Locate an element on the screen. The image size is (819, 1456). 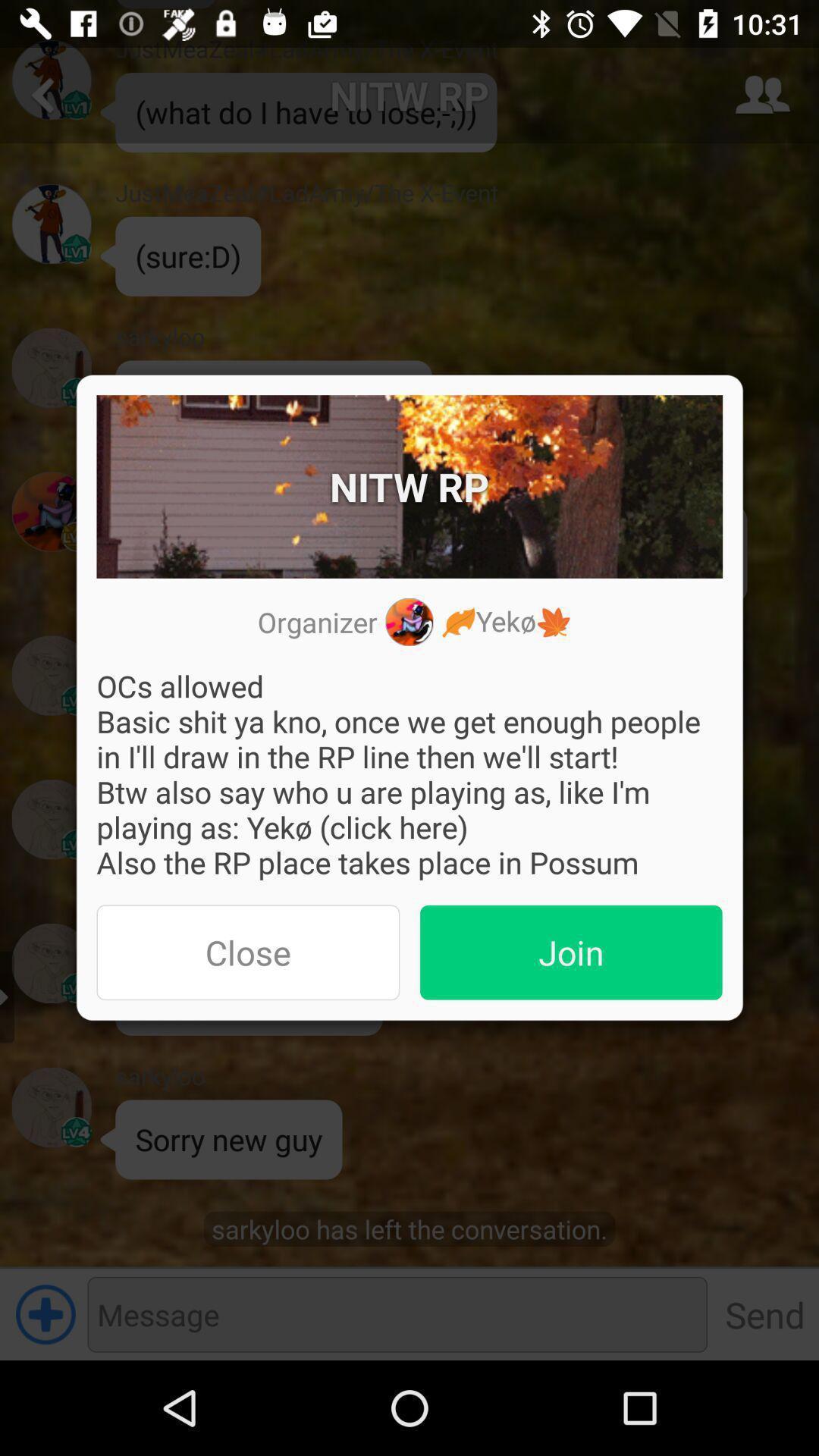
item next to close item is located at coordinates (571, 952).